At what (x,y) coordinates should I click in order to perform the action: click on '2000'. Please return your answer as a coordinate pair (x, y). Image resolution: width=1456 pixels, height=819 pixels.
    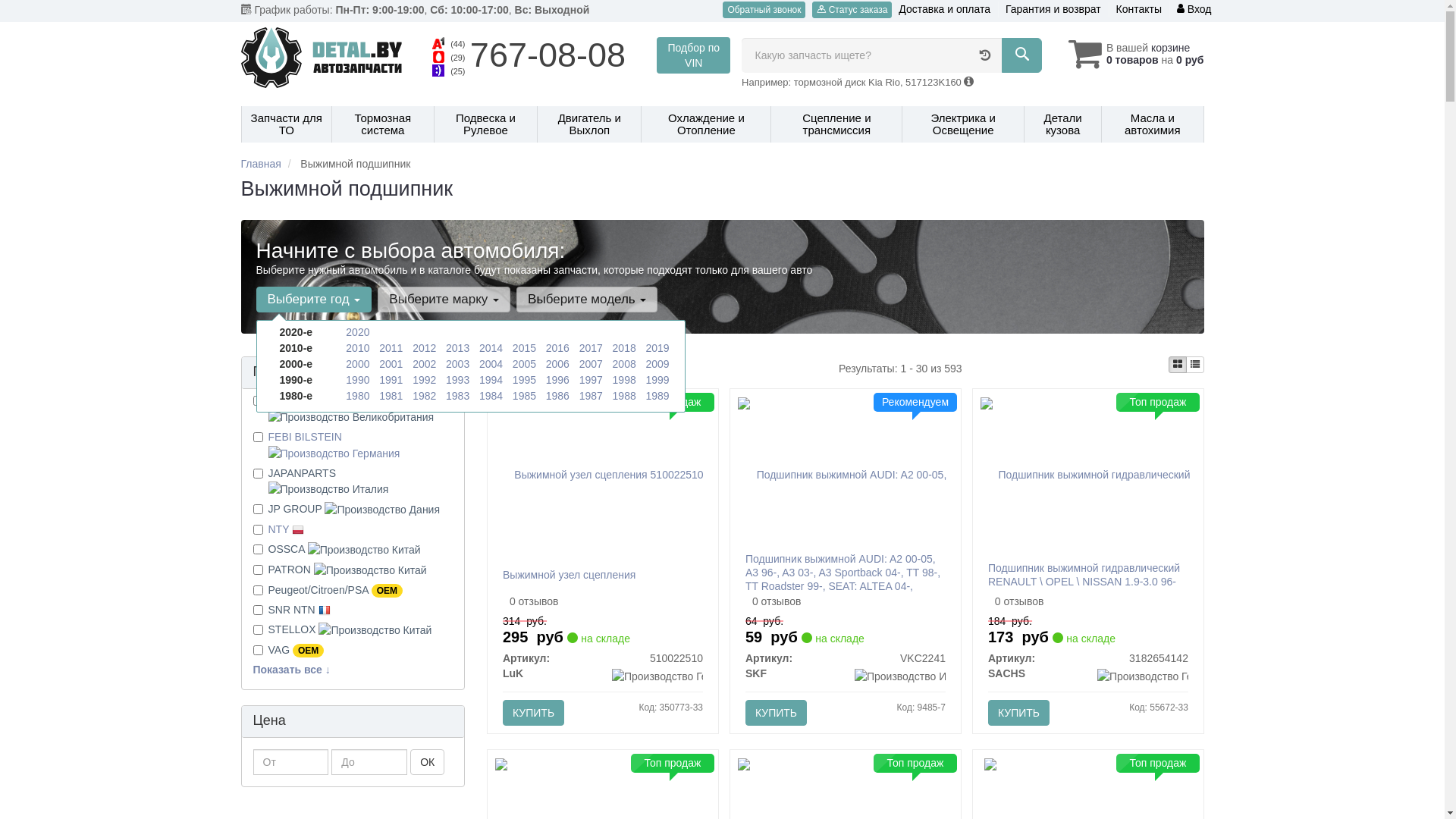
    Looking at the image, I should click on (356, 363).